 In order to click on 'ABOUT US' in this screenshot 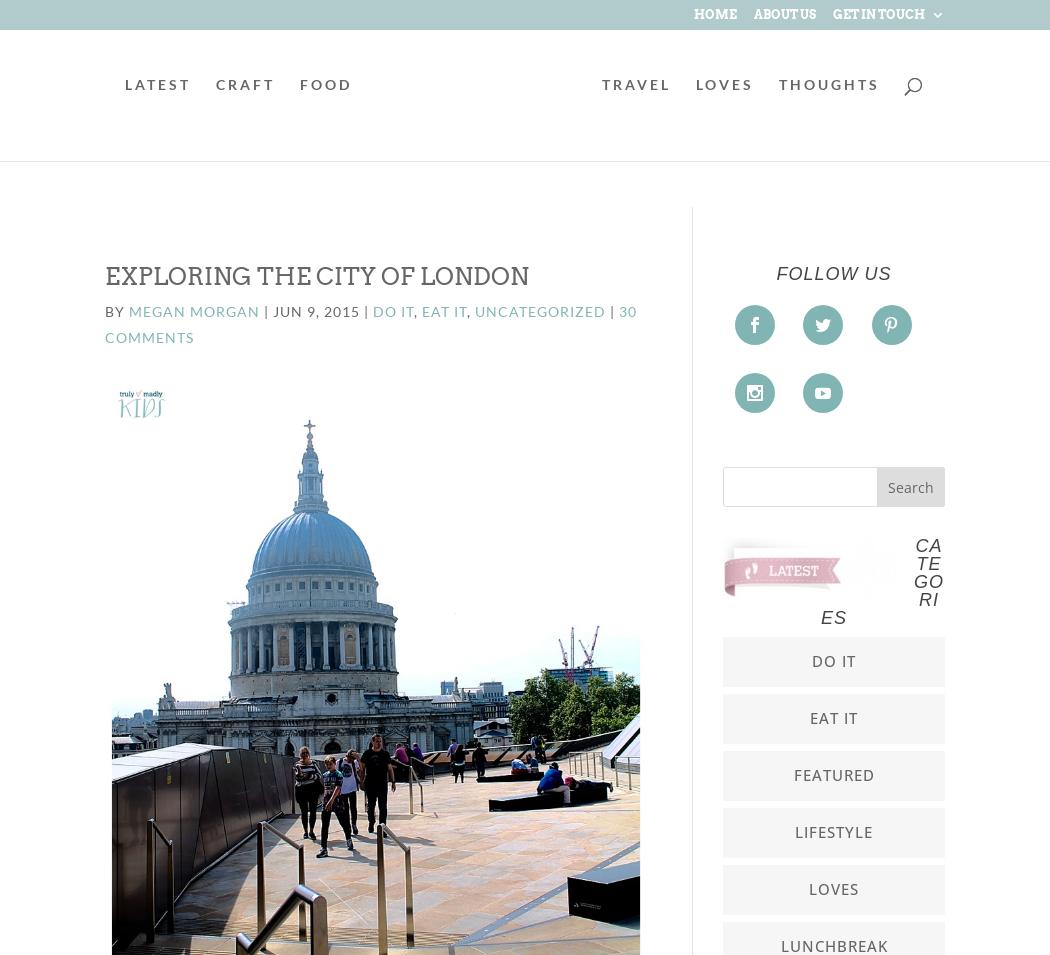, I will do `click(784, 13)`.